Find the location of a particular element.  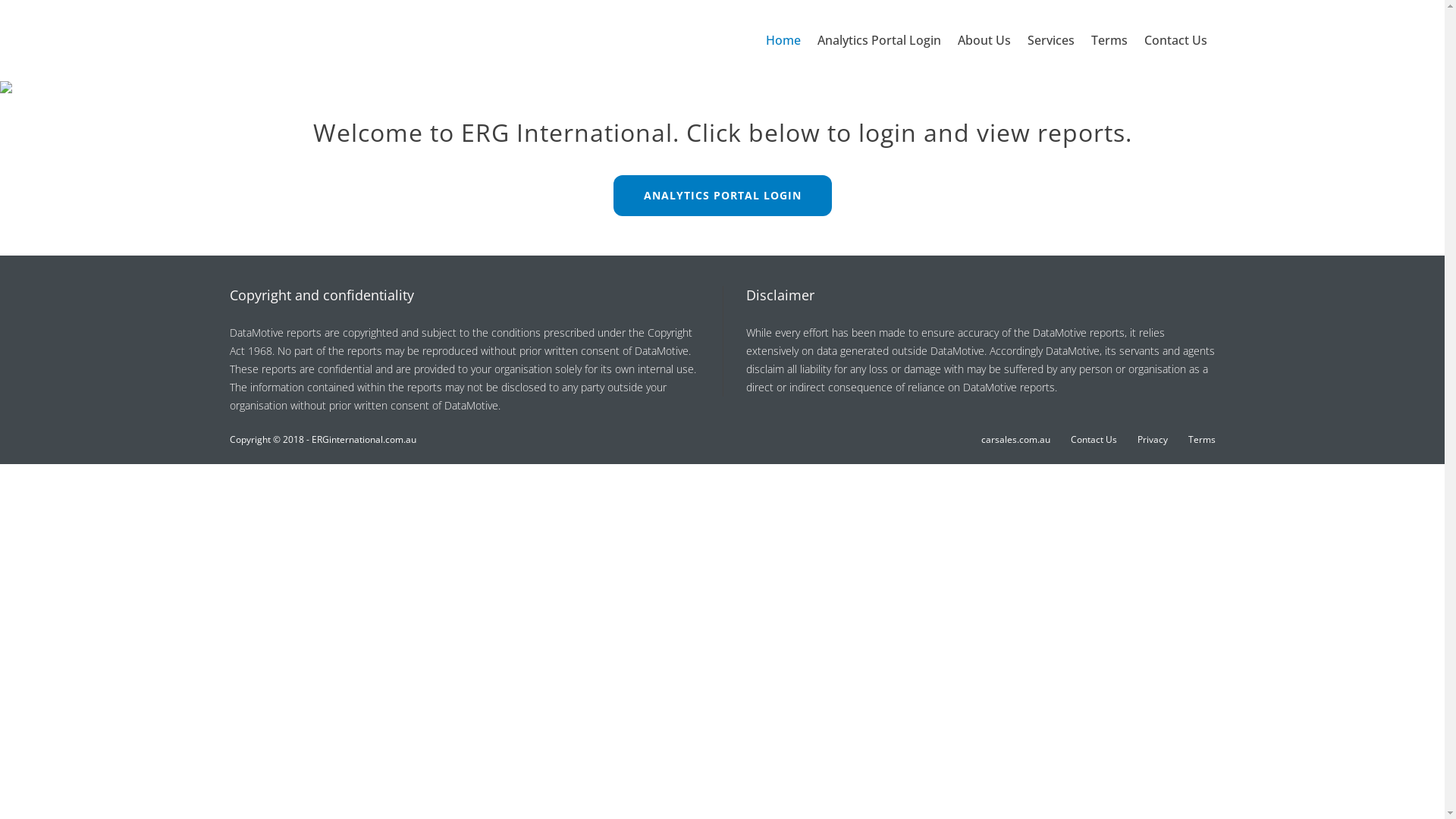

'Terms' is located at coordinates (1200, 439).